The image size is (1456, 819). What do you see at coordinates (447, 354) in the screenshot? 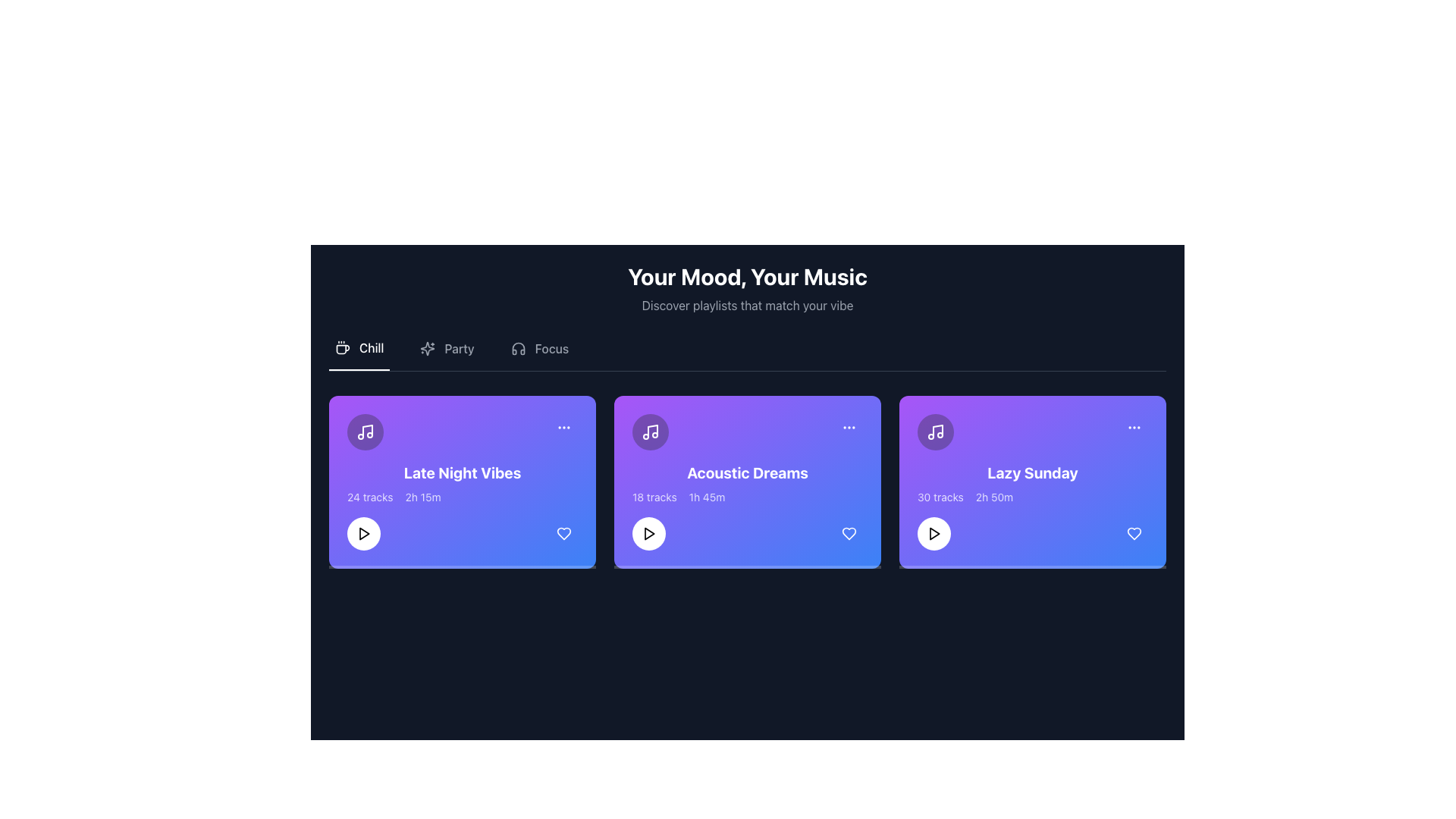
I see `the 'Party' button with a sparkles icon located in the top menu bar to observe the color change effect` at bounding box center [447, 354].